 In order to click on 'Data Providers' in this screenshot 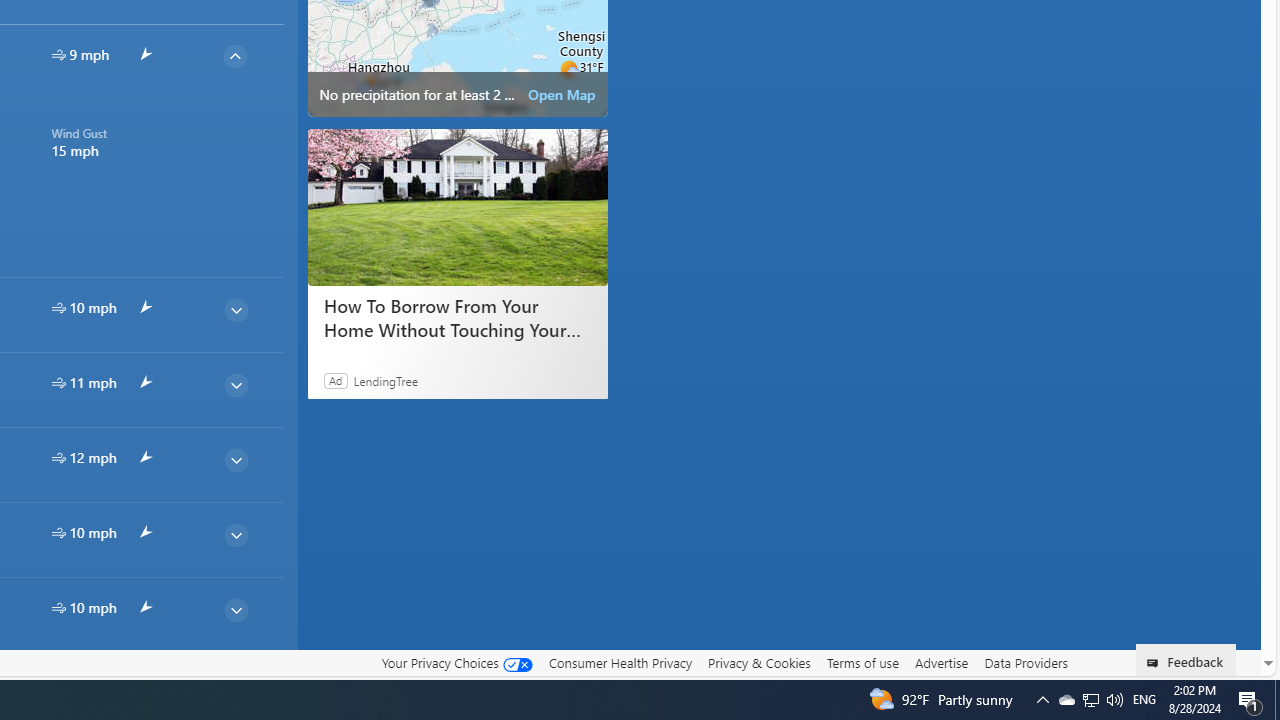, I will do `click(1025, 663)`.